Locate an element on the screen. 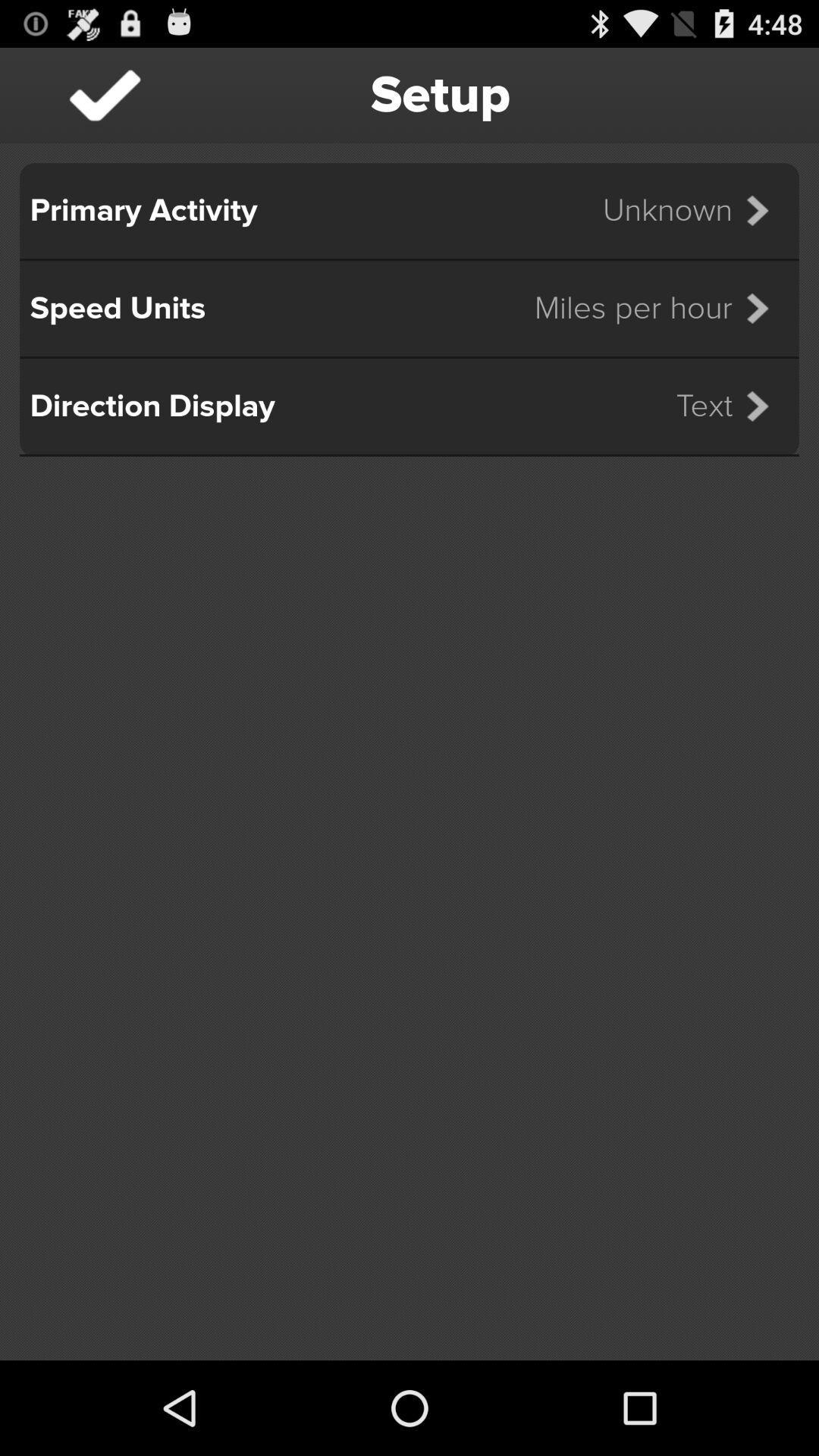 This screenshot has height=1456, width=819. the icon below setup item is located at coordinates (695, 210).